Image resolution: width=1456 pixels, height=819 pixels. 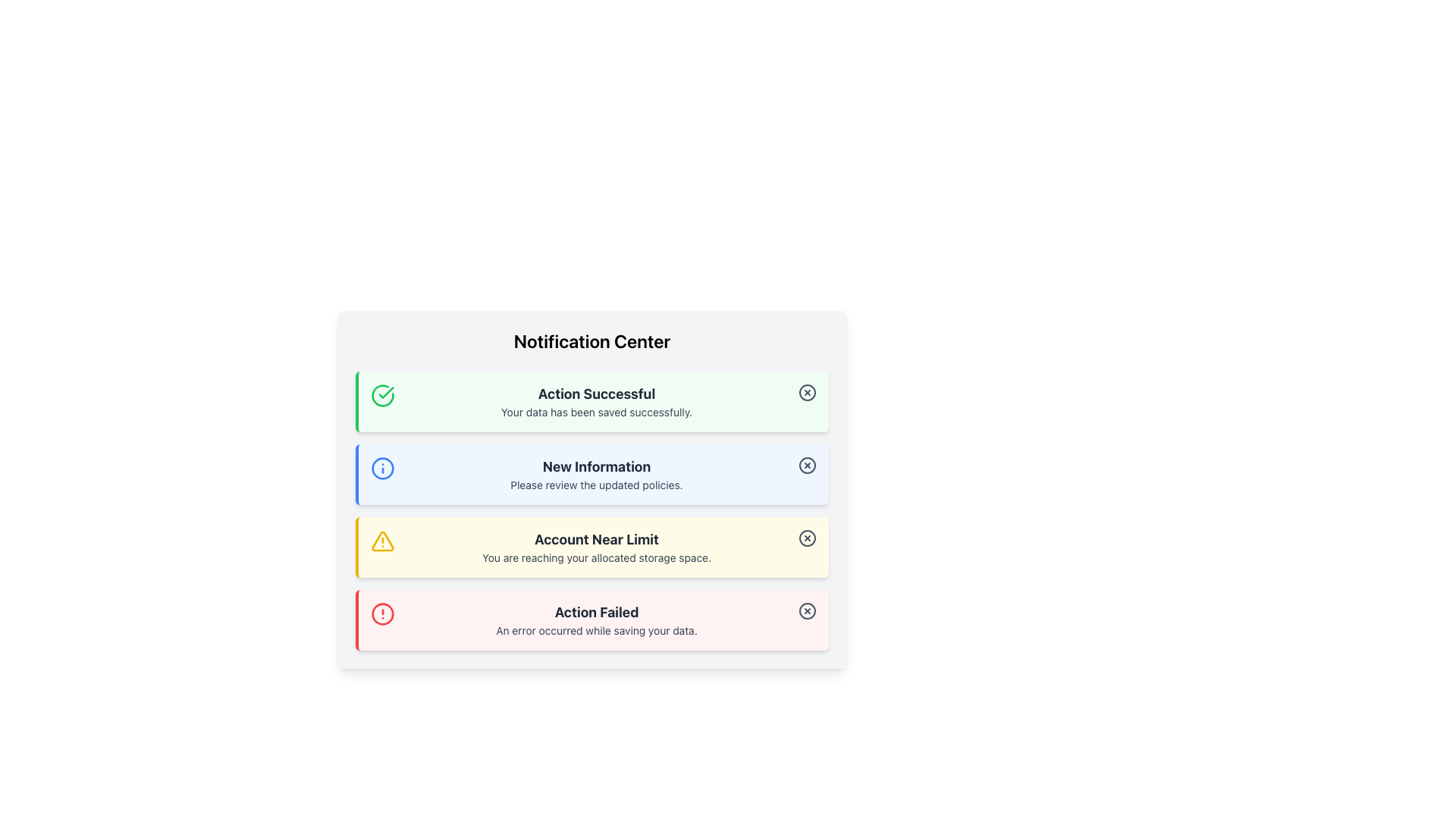 What do you see at coordinates (596, 394) in the screenshot?
I see `header text 'Action Successful.' which is a bold, large-sized dark-gray text located at the top of the notification card` at bounding box center [596, 394].